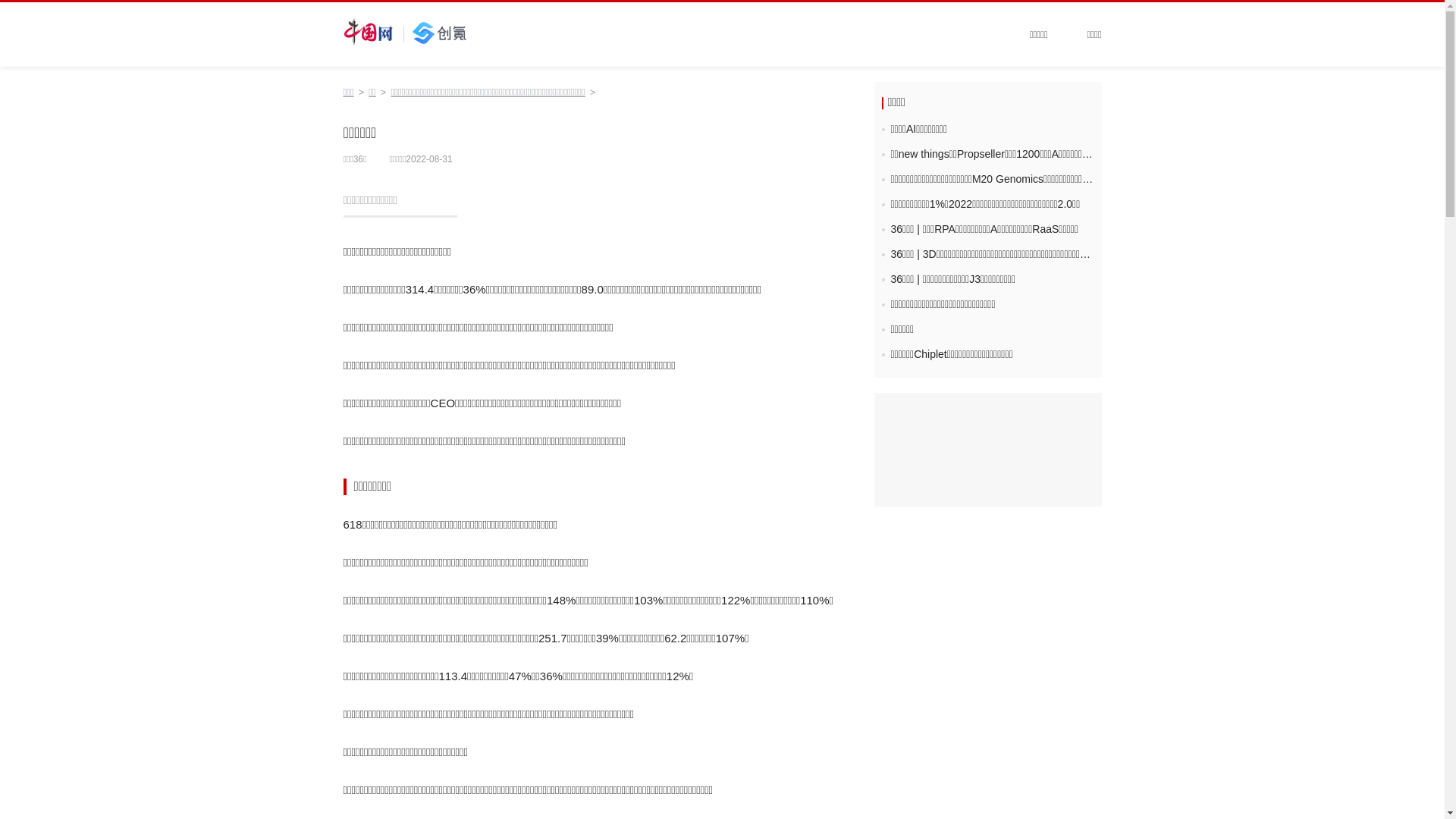 This screenshot has height=819, width=1456. I want to click on '>', so click(588, 92).